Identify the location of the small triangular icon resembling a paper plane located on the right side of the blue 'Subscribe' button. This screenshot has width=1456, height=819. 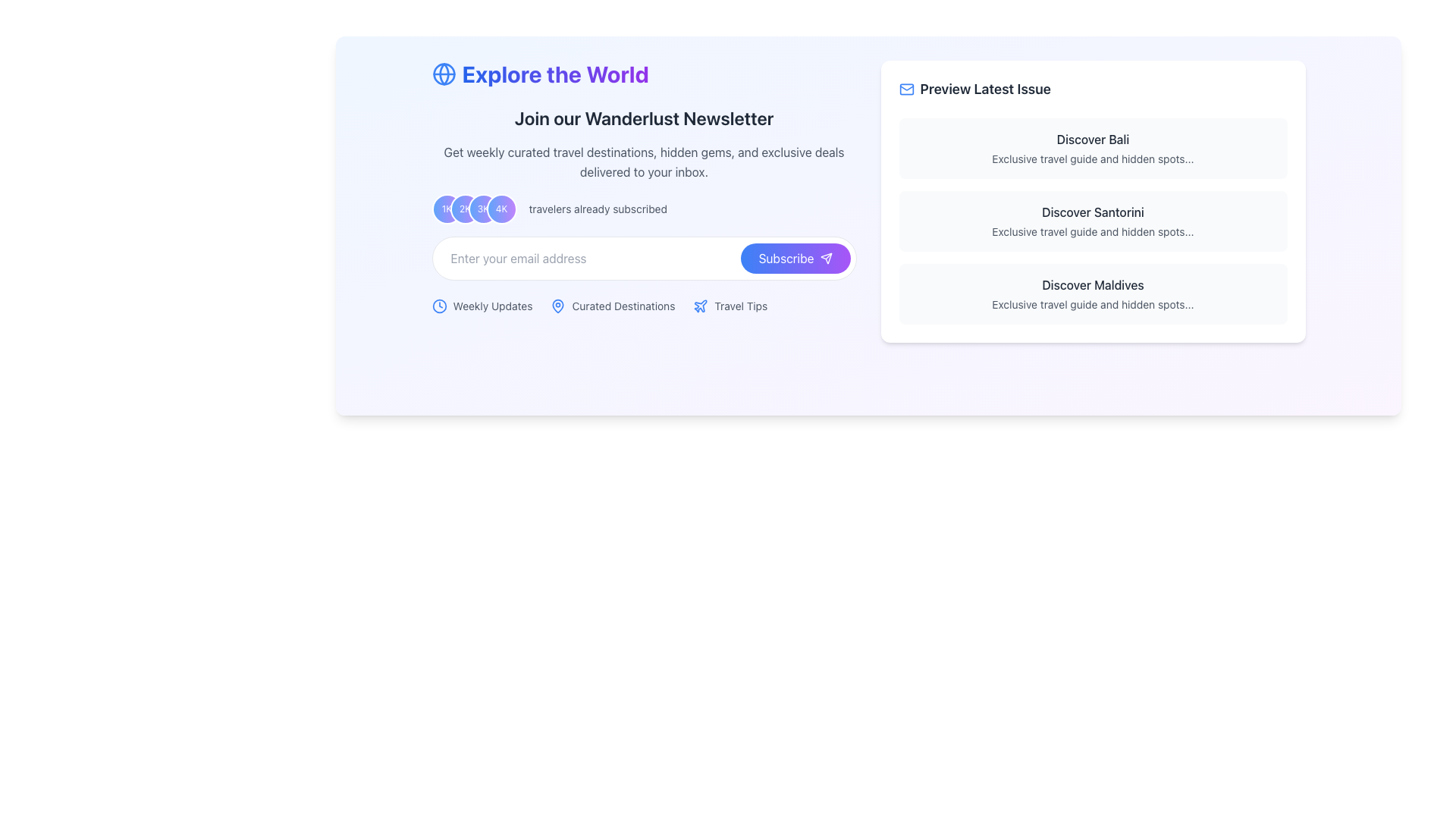
(825, 256).